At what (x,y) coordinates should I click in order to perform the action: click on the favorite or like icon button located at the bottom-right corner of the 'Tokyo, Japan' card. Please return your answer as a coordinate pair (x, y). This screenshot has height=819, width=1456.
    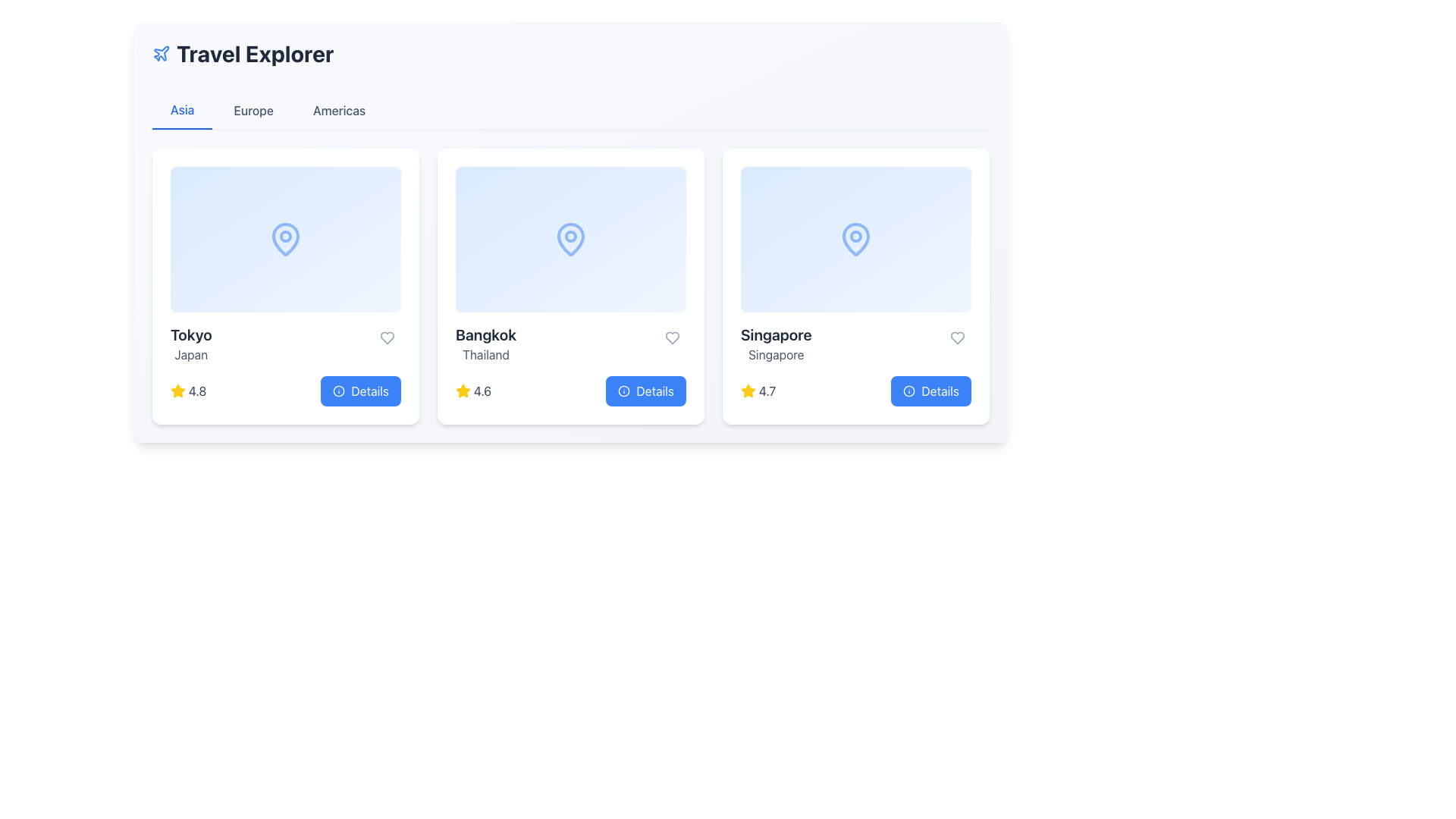
    Looking at the image, I should click on (387, 337).